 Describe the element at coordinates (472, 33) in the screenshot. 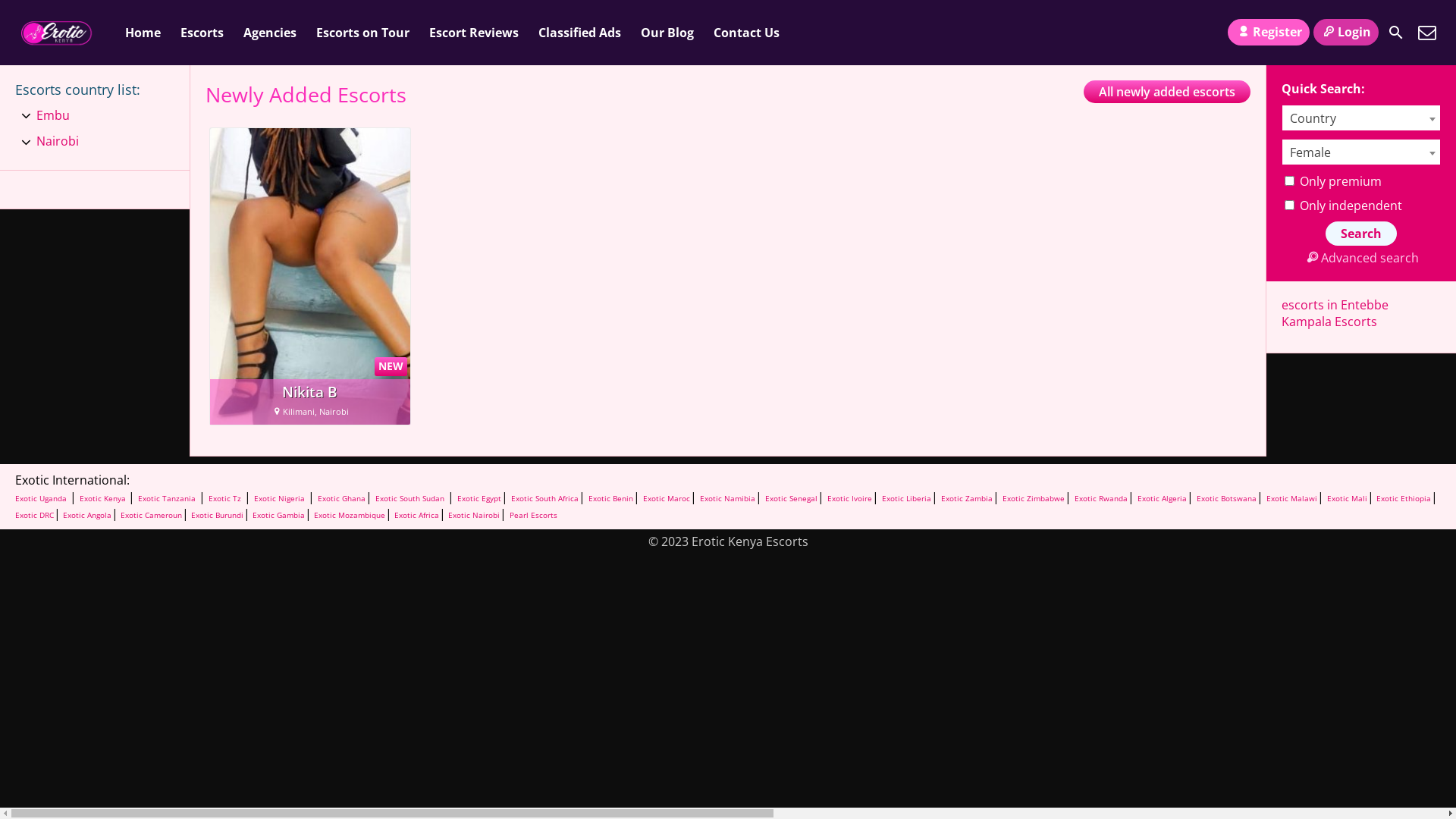

I see `'Escort Reviews'` at that location.